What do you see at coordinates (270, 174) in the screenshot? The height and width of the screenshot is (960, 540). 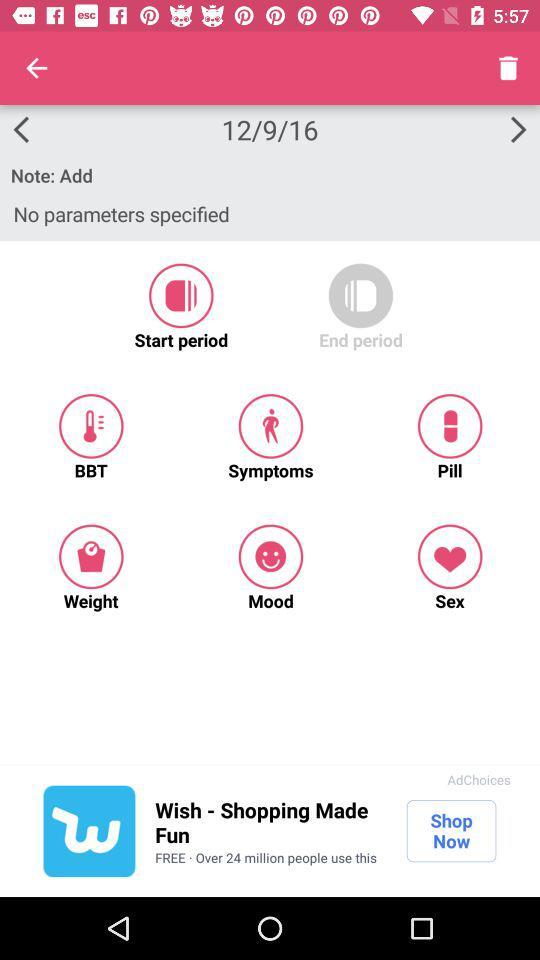 I see `the note: add icon` at bounding box center [270, 174].